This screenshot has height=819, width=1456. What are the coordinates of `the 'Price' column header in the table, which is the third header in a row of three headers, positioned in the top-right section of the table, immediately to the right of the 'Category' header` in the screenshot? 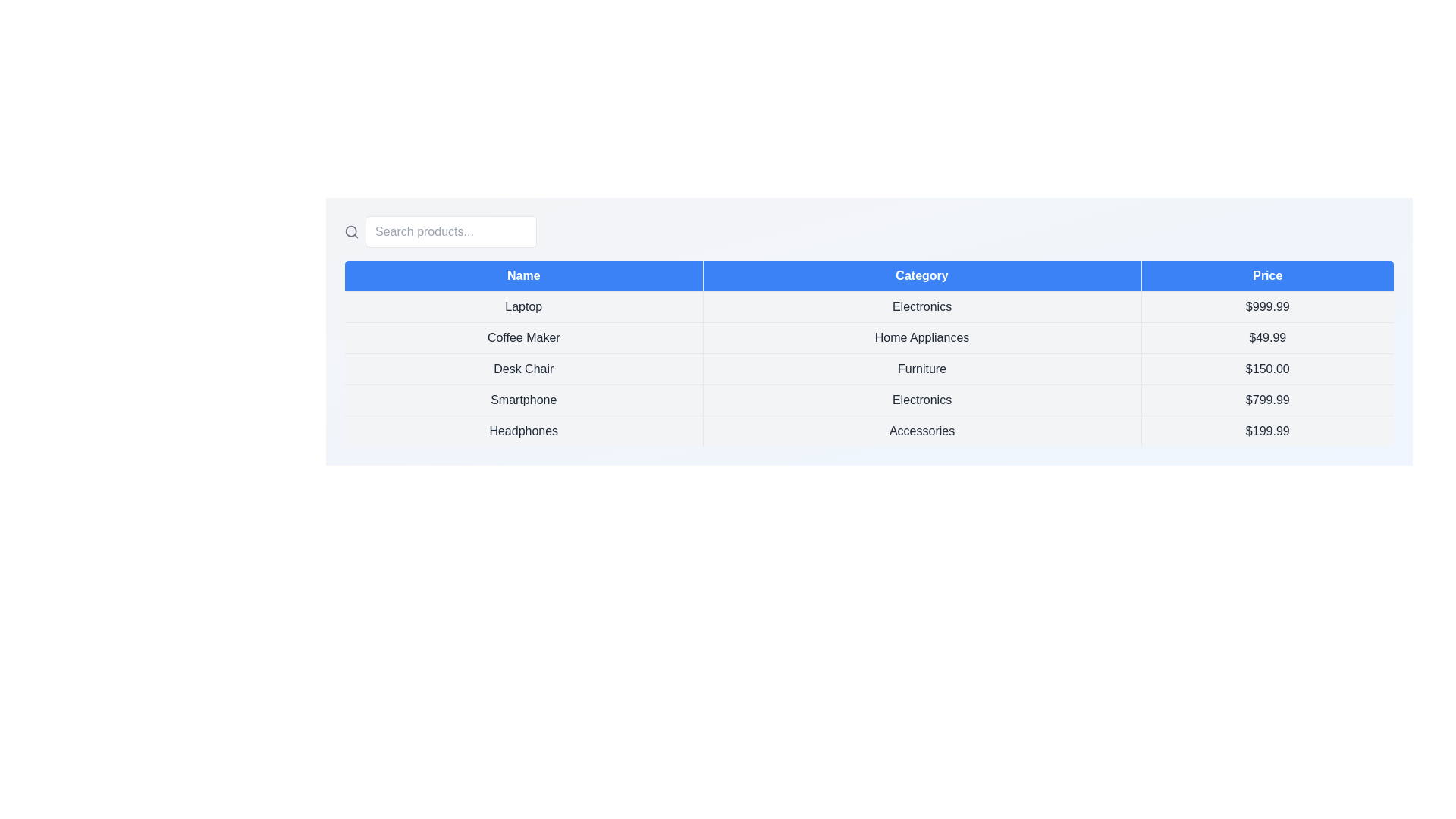 It's located at (1267, 275).